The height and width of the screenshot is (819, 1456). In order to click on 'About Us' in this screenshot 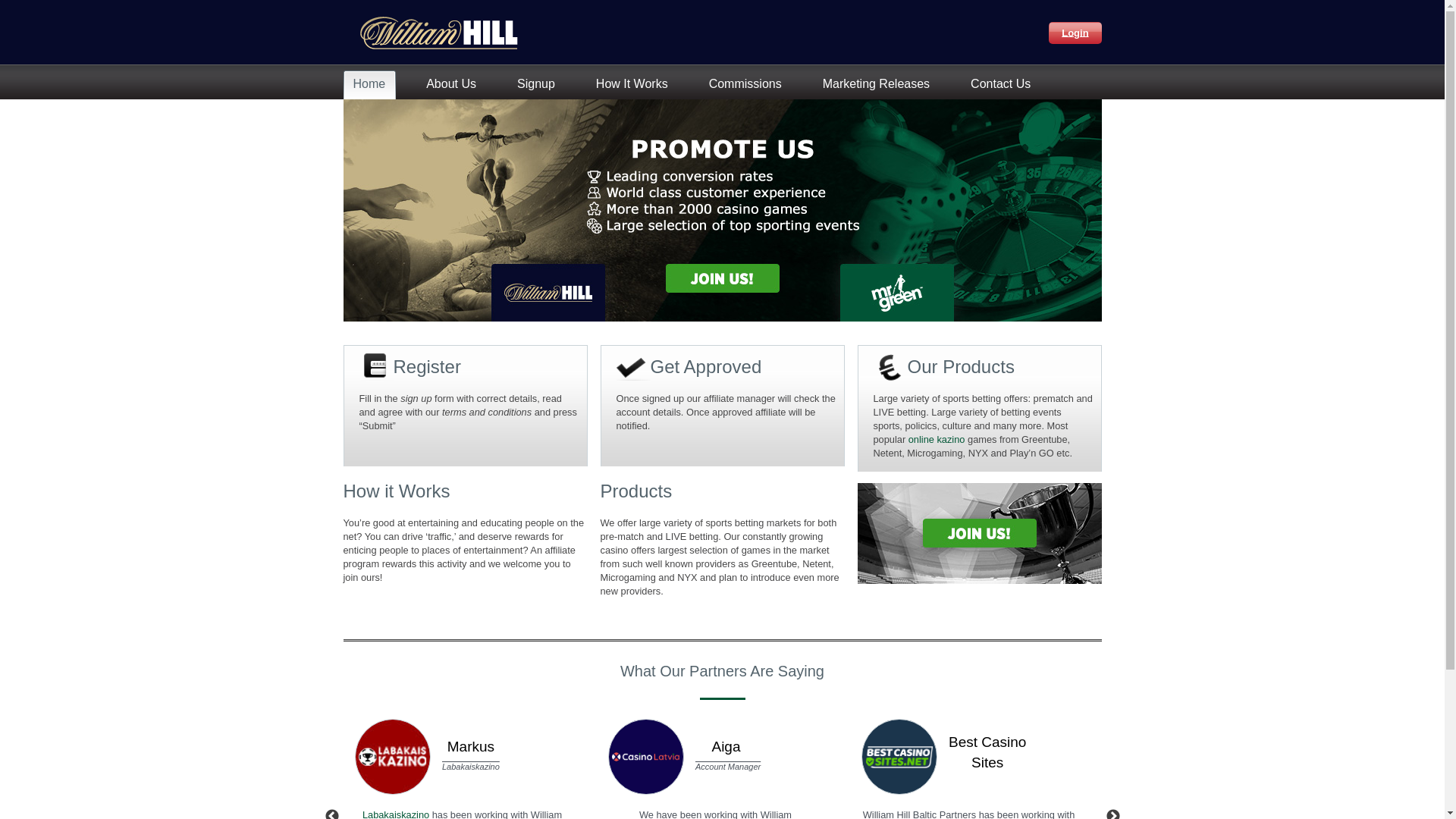, I will do `click(453, 84)`.